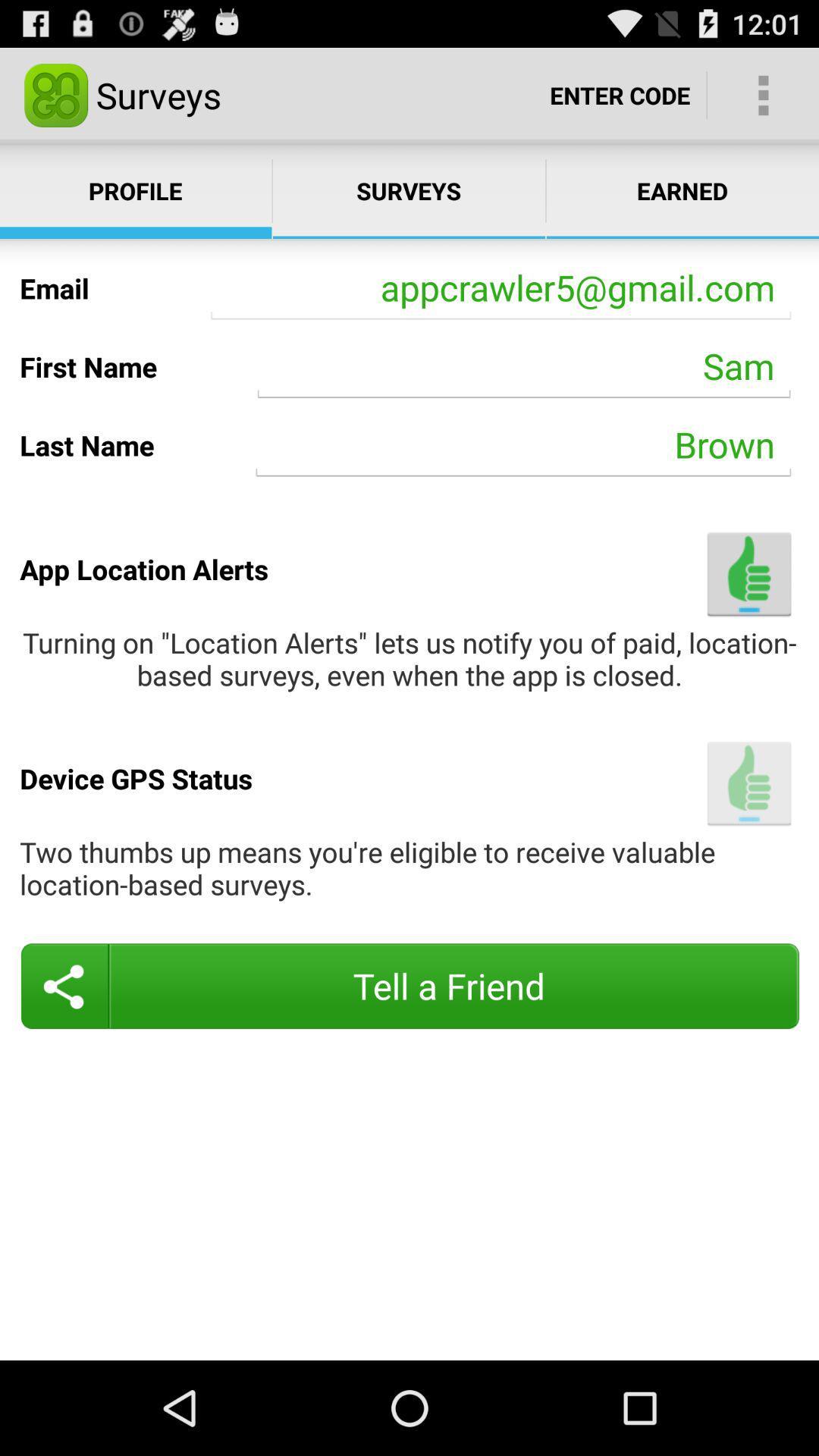 The image size is (819, 1456). I want to click on enter code, so click(620, 94).